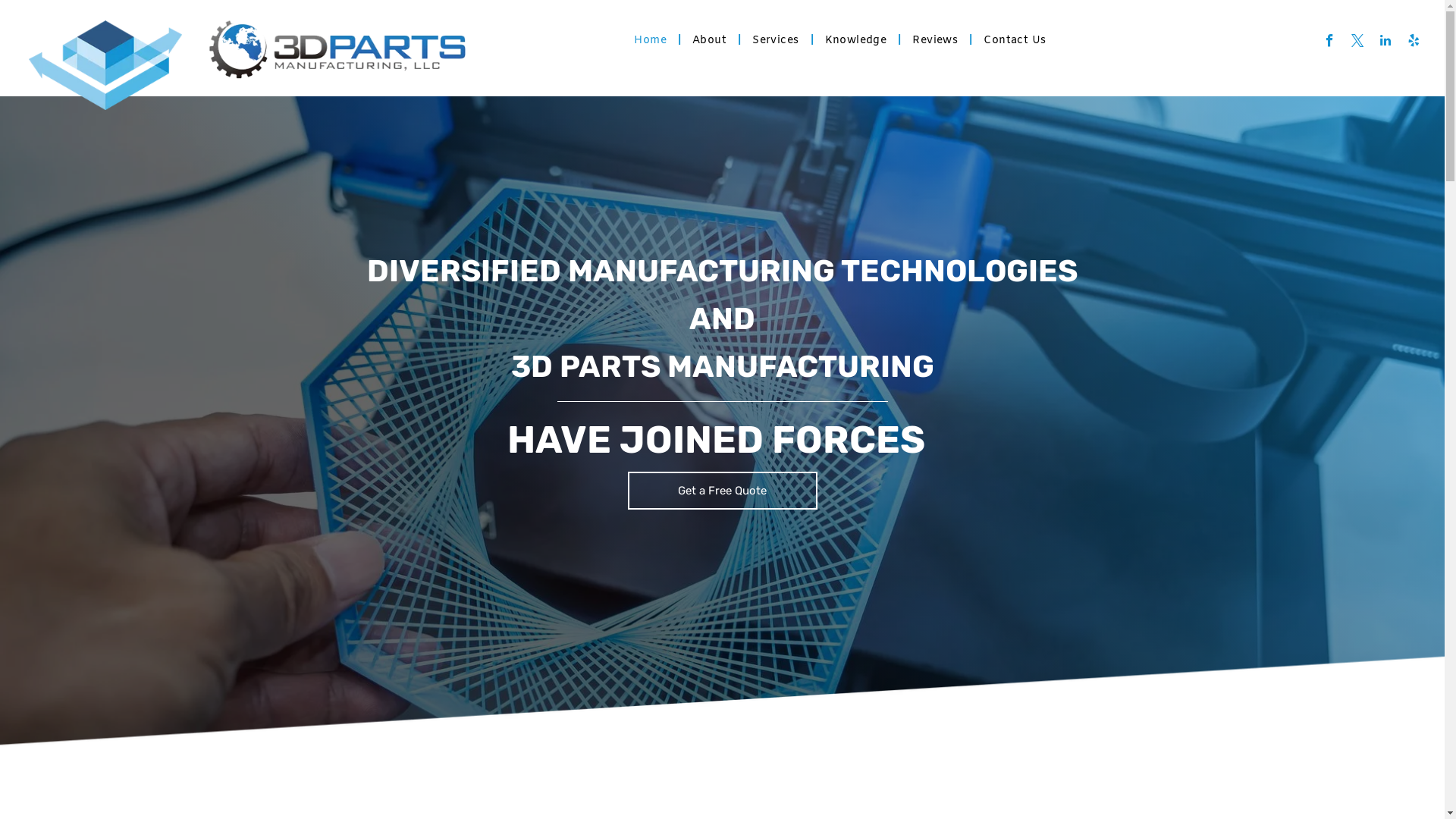  I want to click on '3D Parts Manufacturing , LLC', so click(336, 49).